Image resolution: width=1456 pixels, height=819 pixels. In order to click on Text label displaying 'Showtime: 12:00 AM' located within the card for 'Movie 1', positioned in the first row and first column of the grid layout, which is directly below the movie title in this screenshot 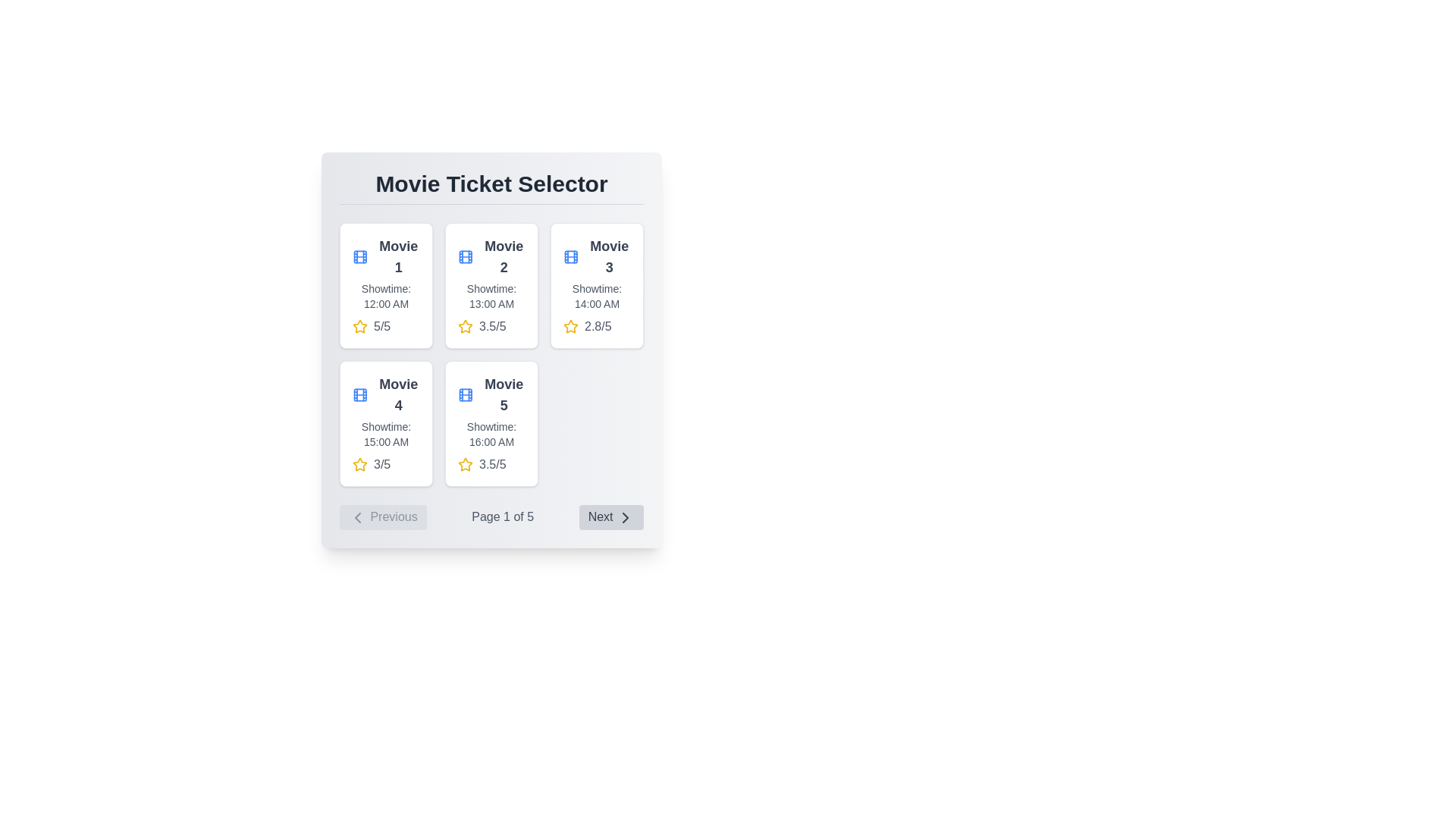, I will do `click(386, 296)`.